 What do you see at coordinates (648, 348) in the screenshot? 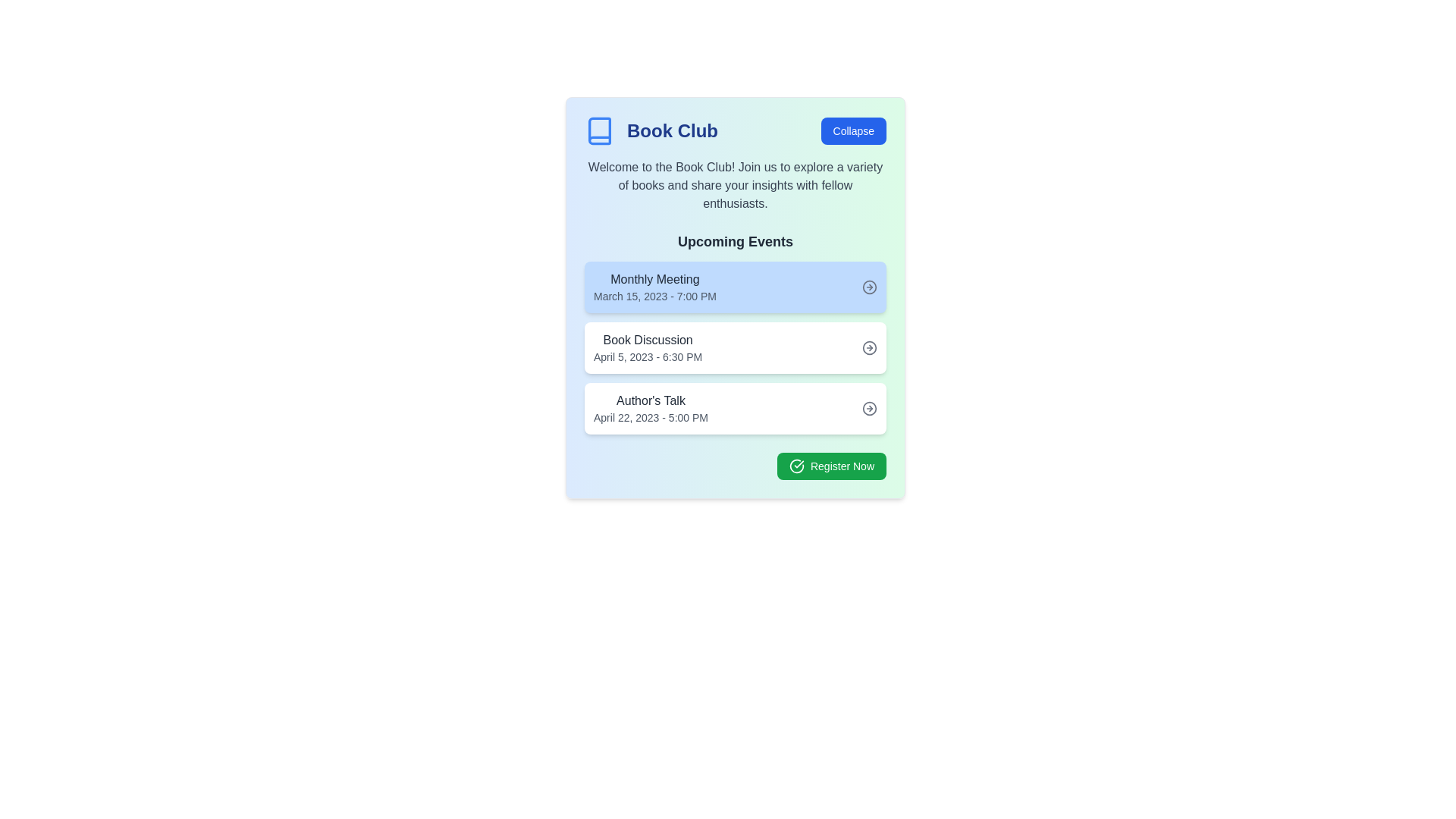
I see `the 'Book Discussion' text label, which describes the event scheduled for April 5, 2023, at 6:30 PM, positioned as the second item in the vertical list of event cards under 'Upcoming Events.'` at bounding box center [648, 348].